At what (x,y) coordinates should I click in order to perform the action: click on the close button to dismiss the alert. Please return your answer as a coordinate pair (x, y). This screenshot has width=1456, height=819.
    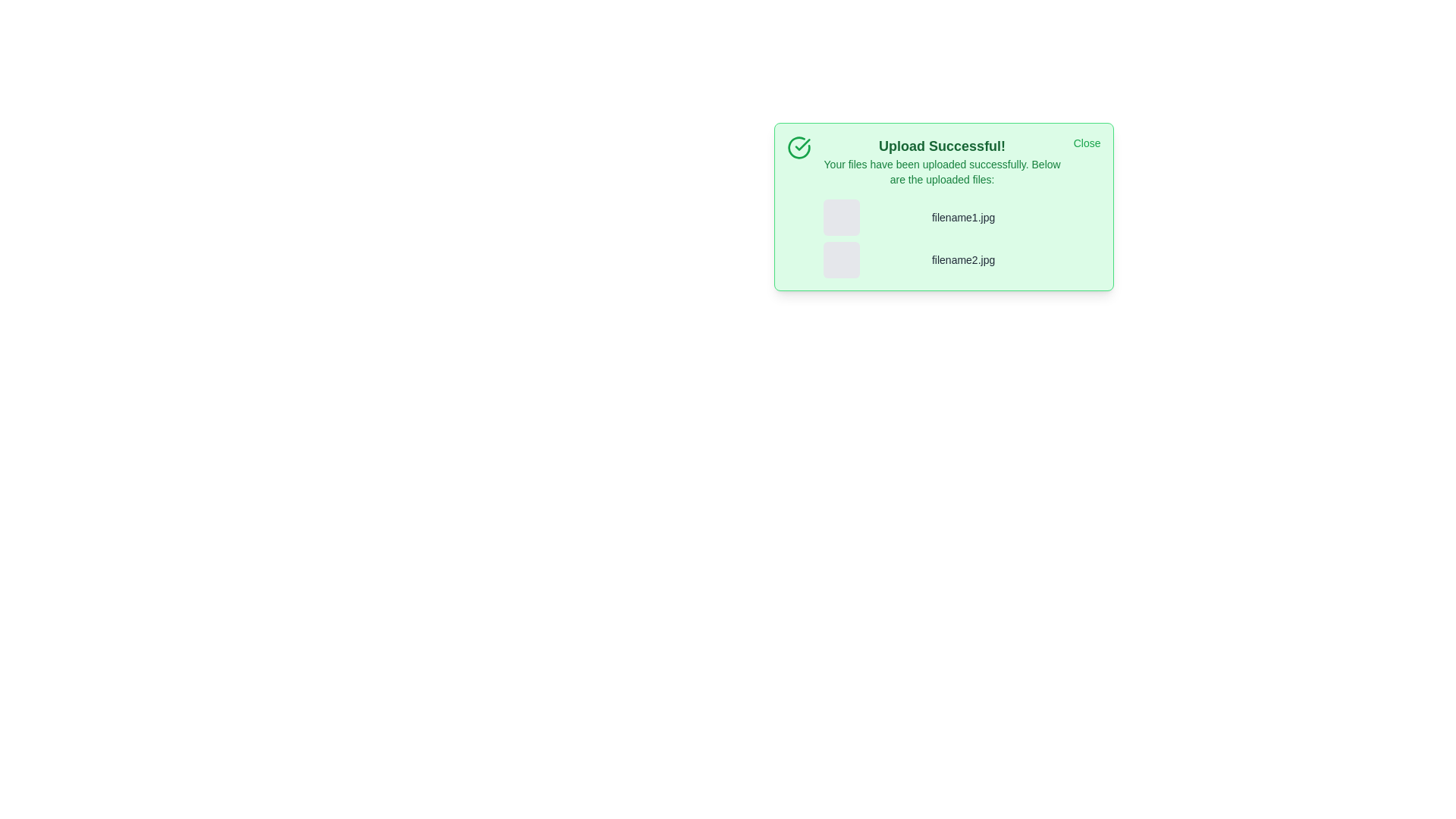
    Looking at the image, I should click on (1086, 143).